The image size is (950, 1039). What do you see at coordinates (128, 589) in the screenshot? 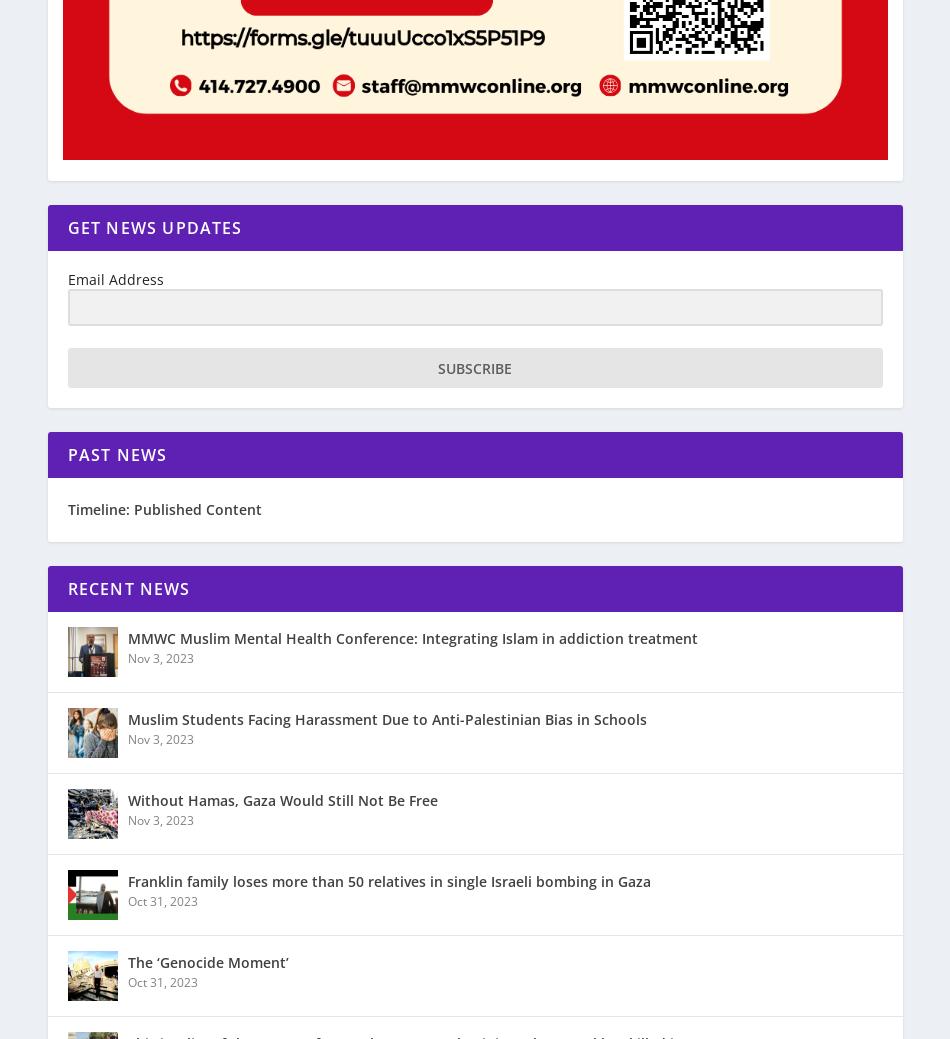
I see `'Recent News'` at bounding box center [128, 589].